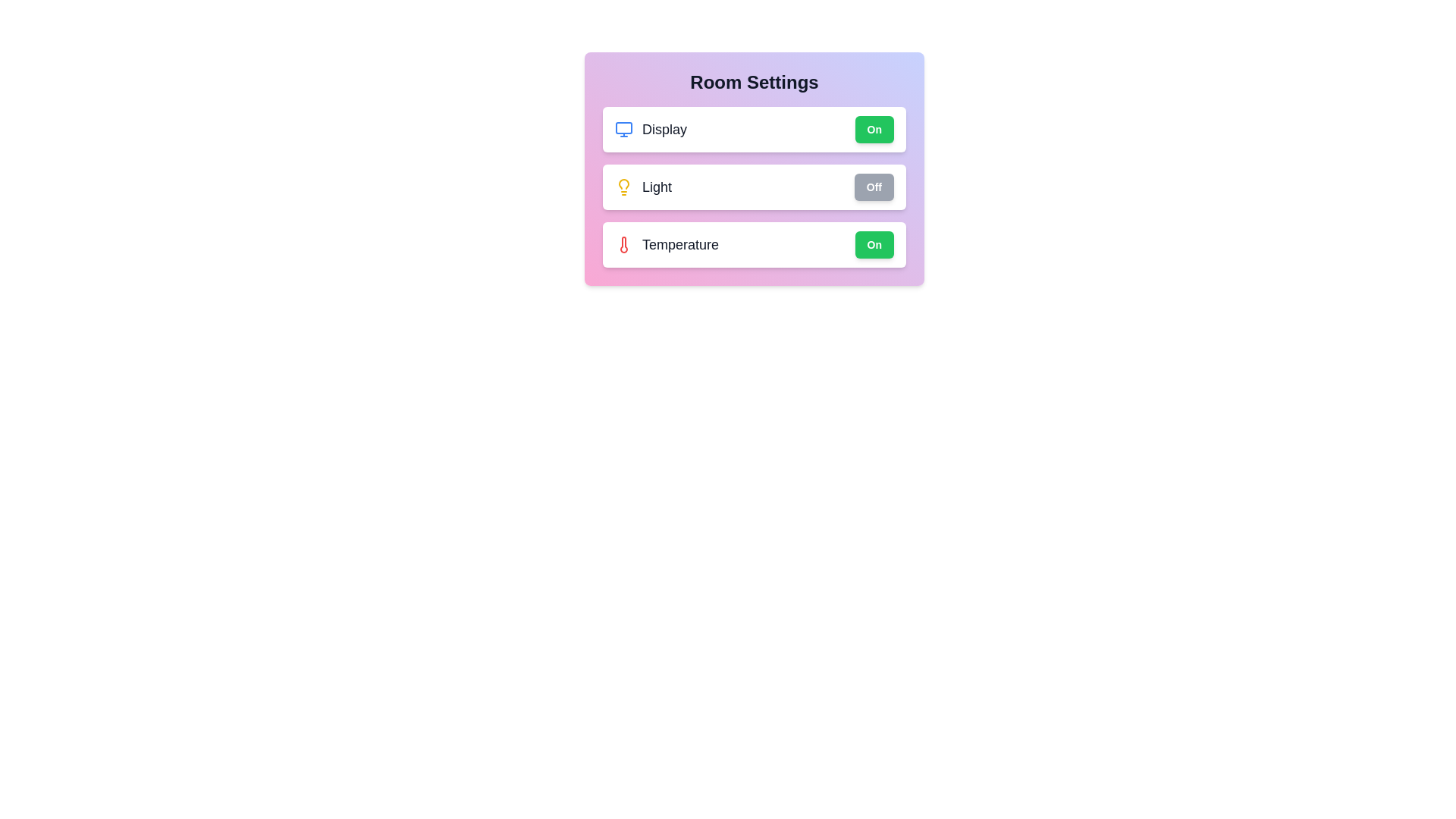  Describe the element at coordinates (754, 82) in the screenshot. I see `the text 'Room Settings' to select it` at that location.